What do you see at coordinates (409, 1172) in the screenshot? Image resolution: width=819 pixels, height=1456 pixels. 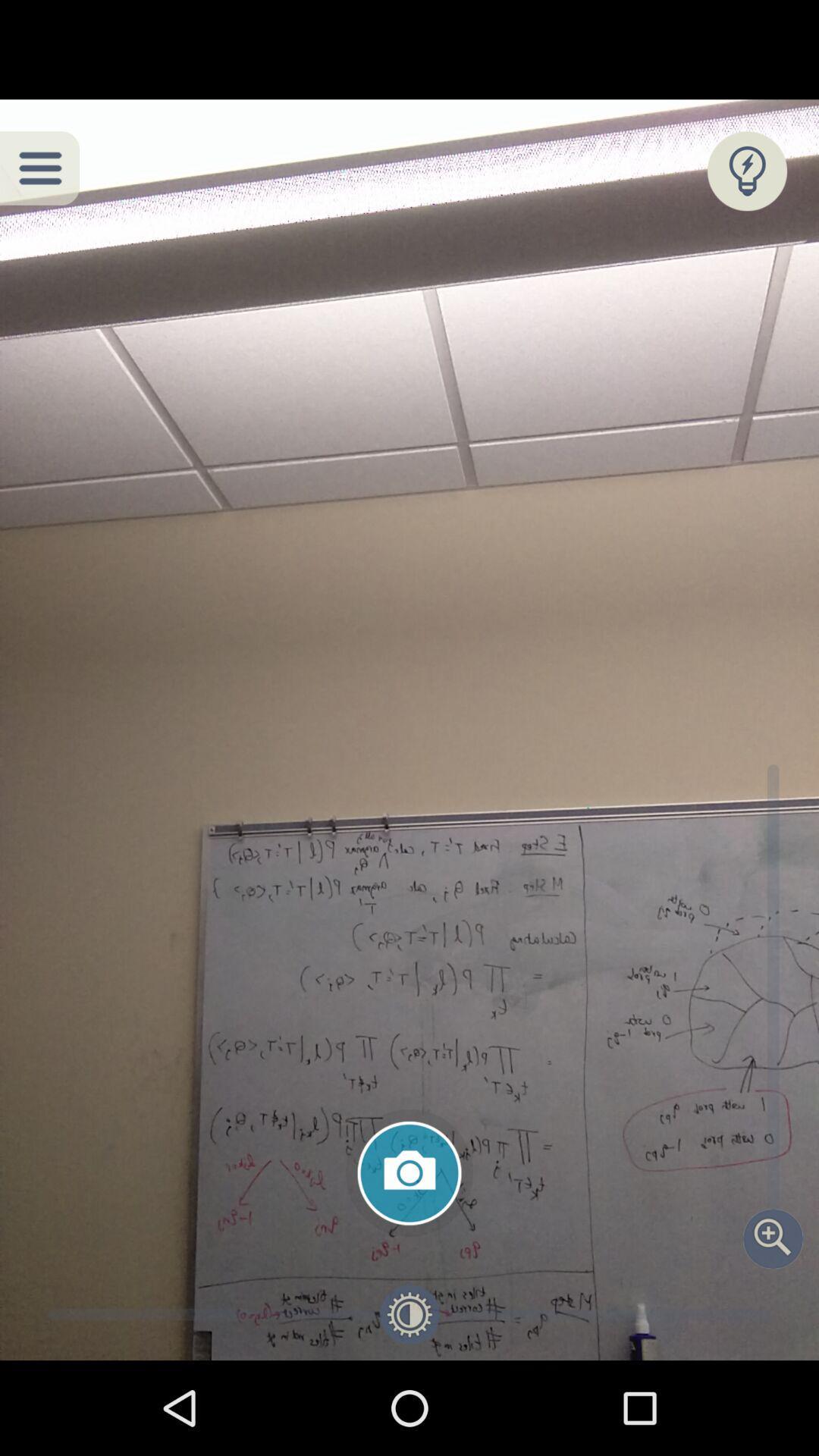 I see `take picture` at bounding box center [409, 1172].